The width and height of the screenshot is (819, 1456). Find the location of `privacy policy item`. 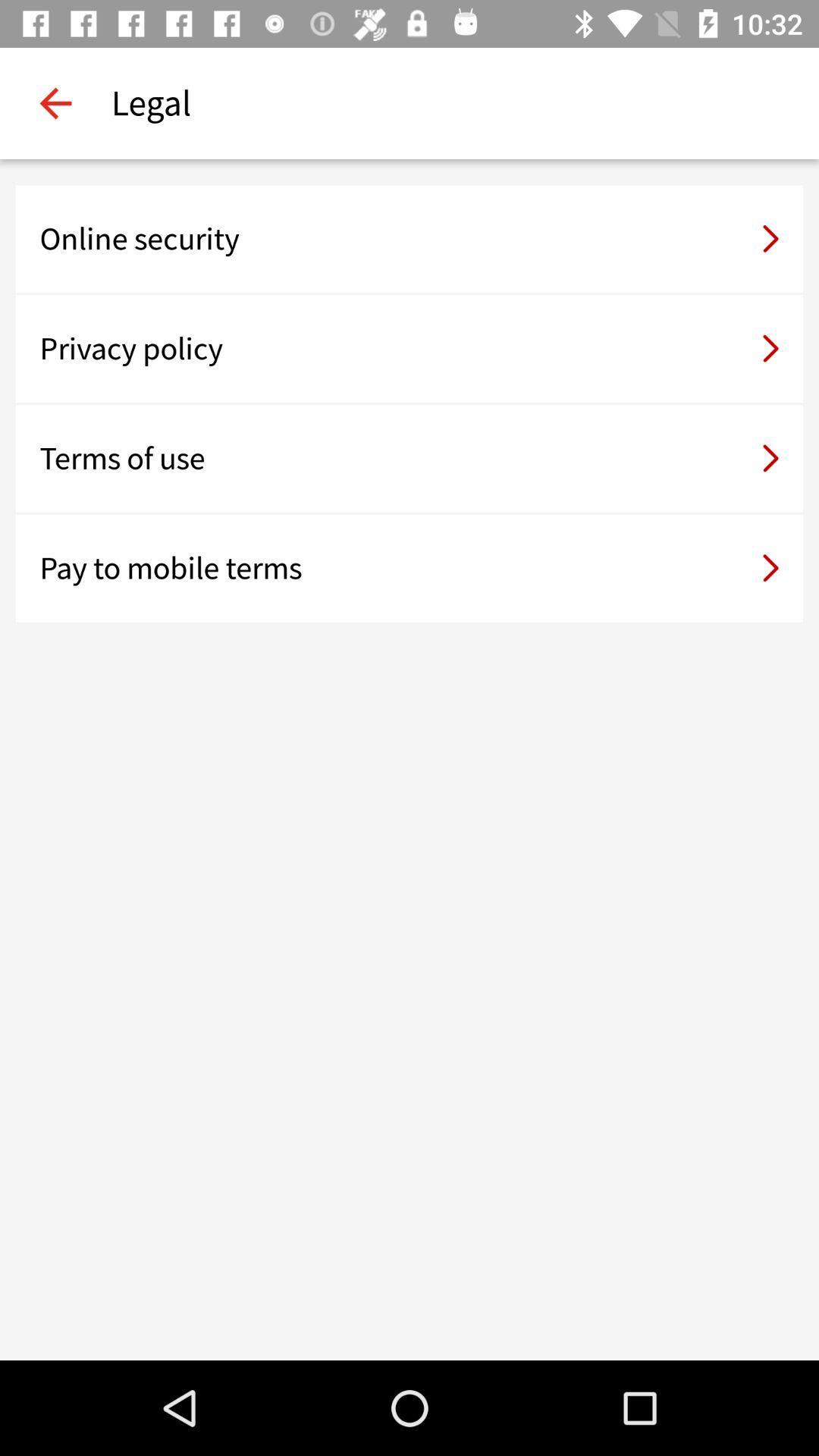

privacy policy item is located at coordinates (409, 348).